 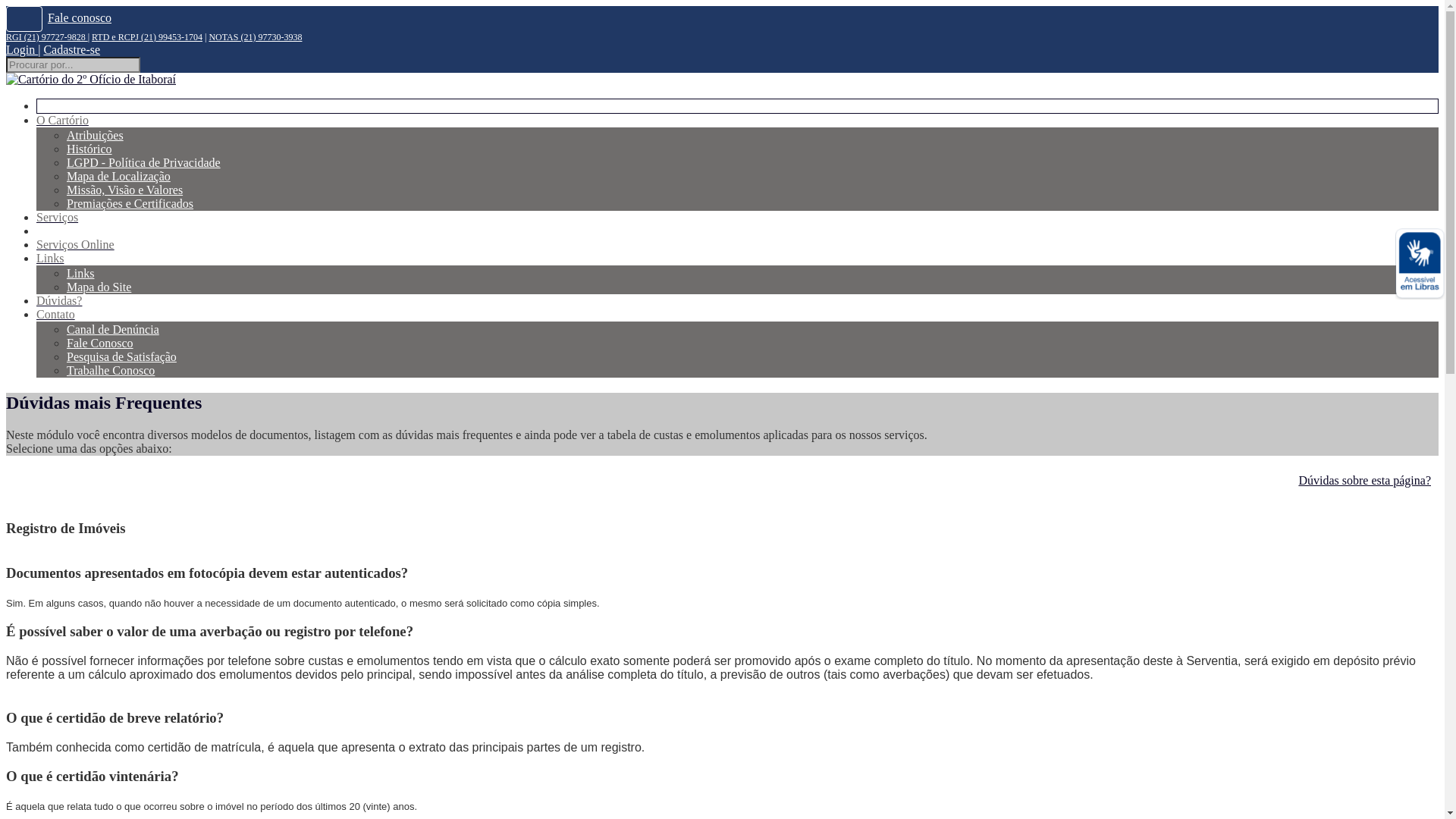 I want to click on 'Fale Conosco', so click(x=65, y=343).